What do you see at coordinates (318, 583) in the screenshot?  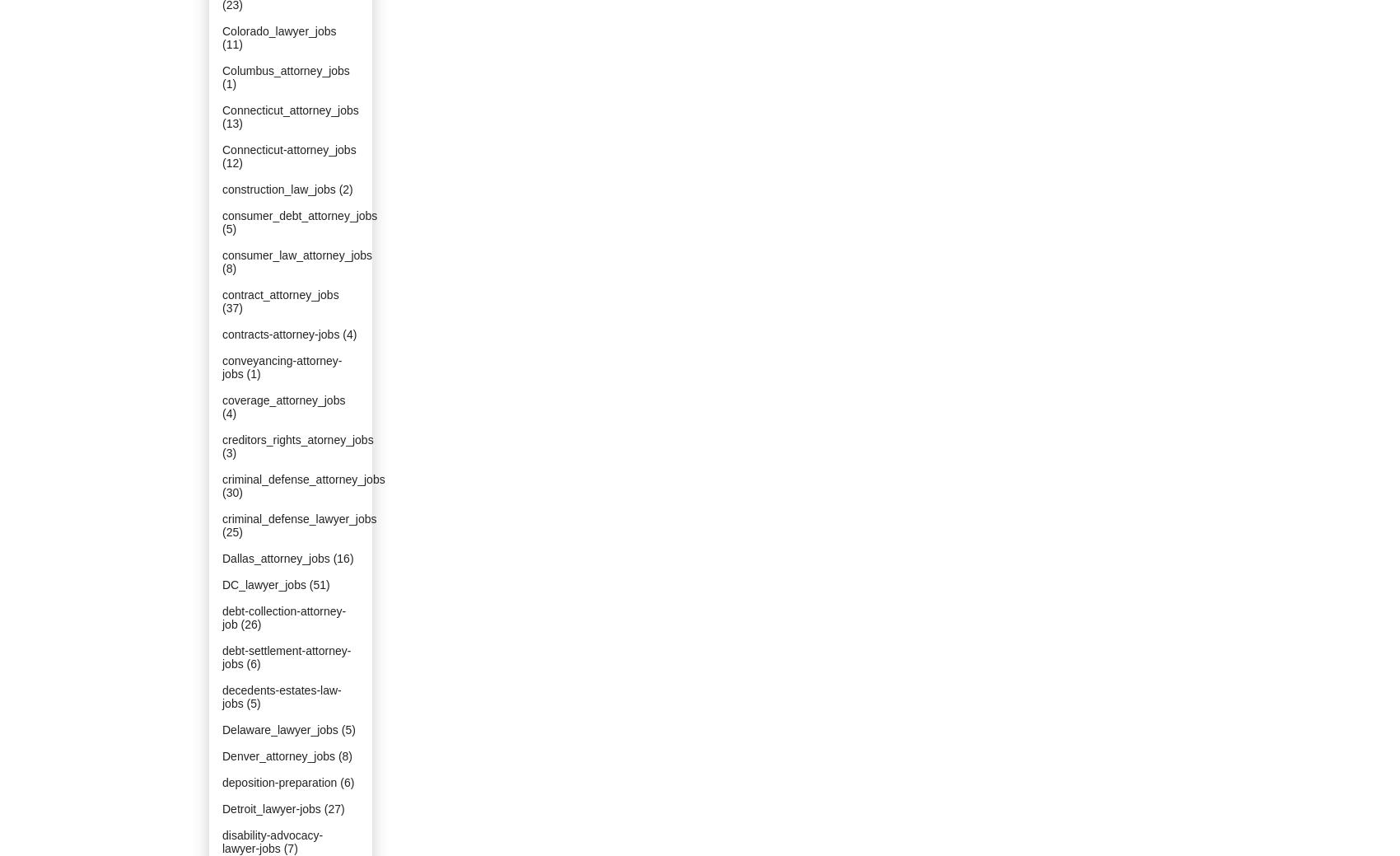 I see `'(51)'` at bounding box center [318, 583].